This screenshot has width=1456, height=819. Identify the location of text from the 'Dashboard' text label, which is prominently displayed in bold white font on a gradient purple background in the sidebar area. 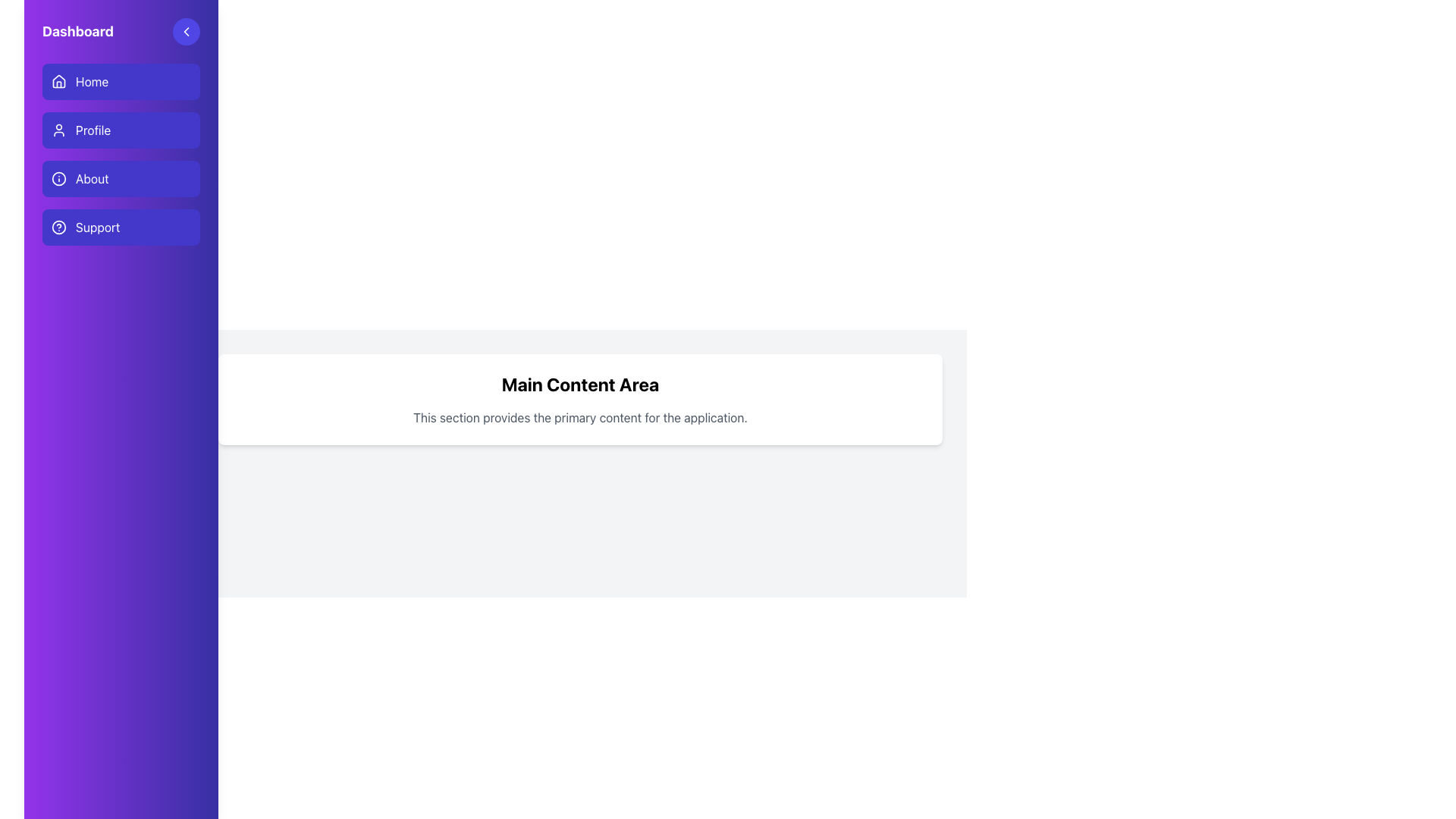
(77, 32).